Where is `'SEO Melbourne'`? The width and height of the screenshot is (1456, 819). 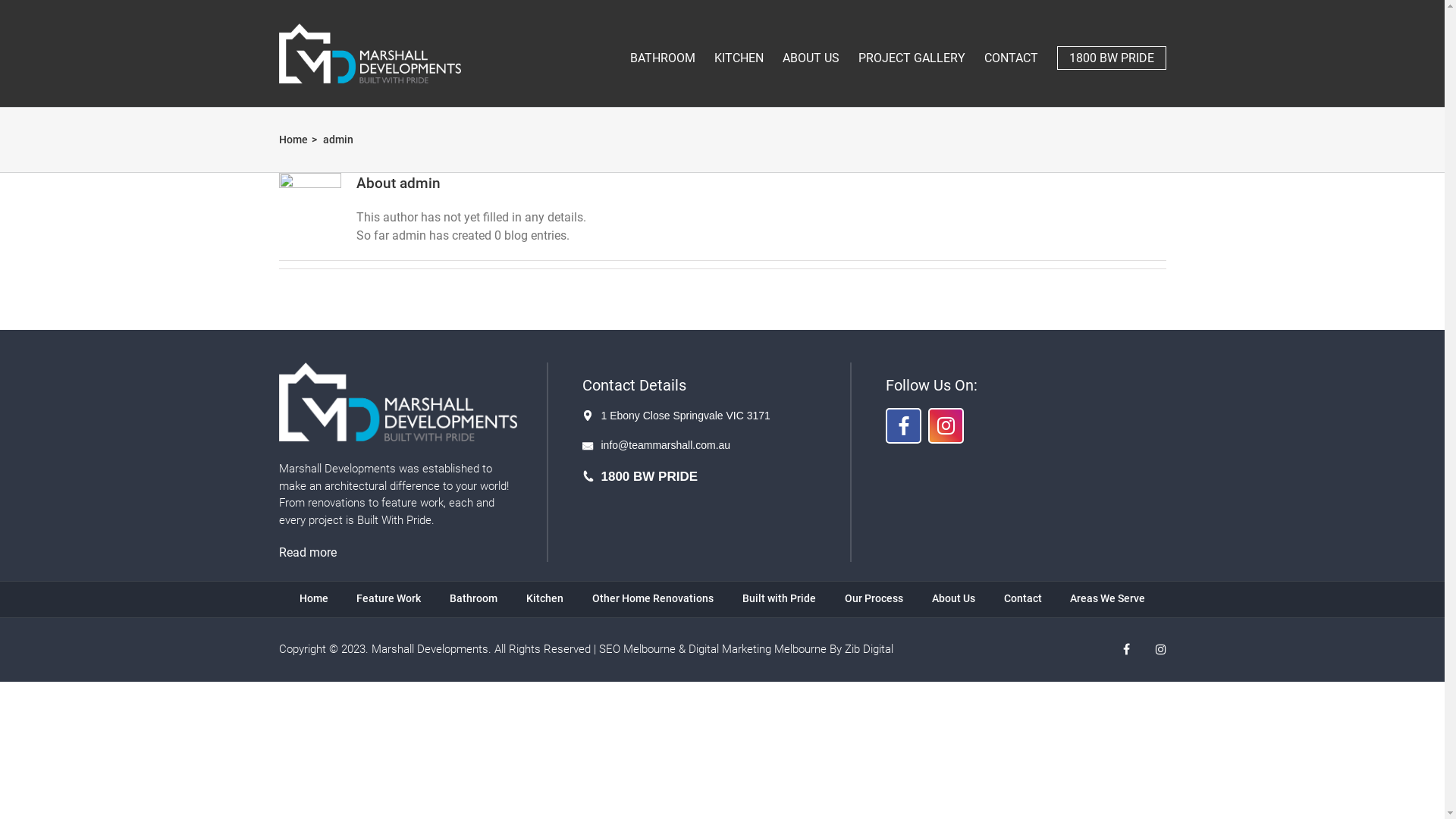 'SEO Melbourne' is located at coordinates (598, 648).